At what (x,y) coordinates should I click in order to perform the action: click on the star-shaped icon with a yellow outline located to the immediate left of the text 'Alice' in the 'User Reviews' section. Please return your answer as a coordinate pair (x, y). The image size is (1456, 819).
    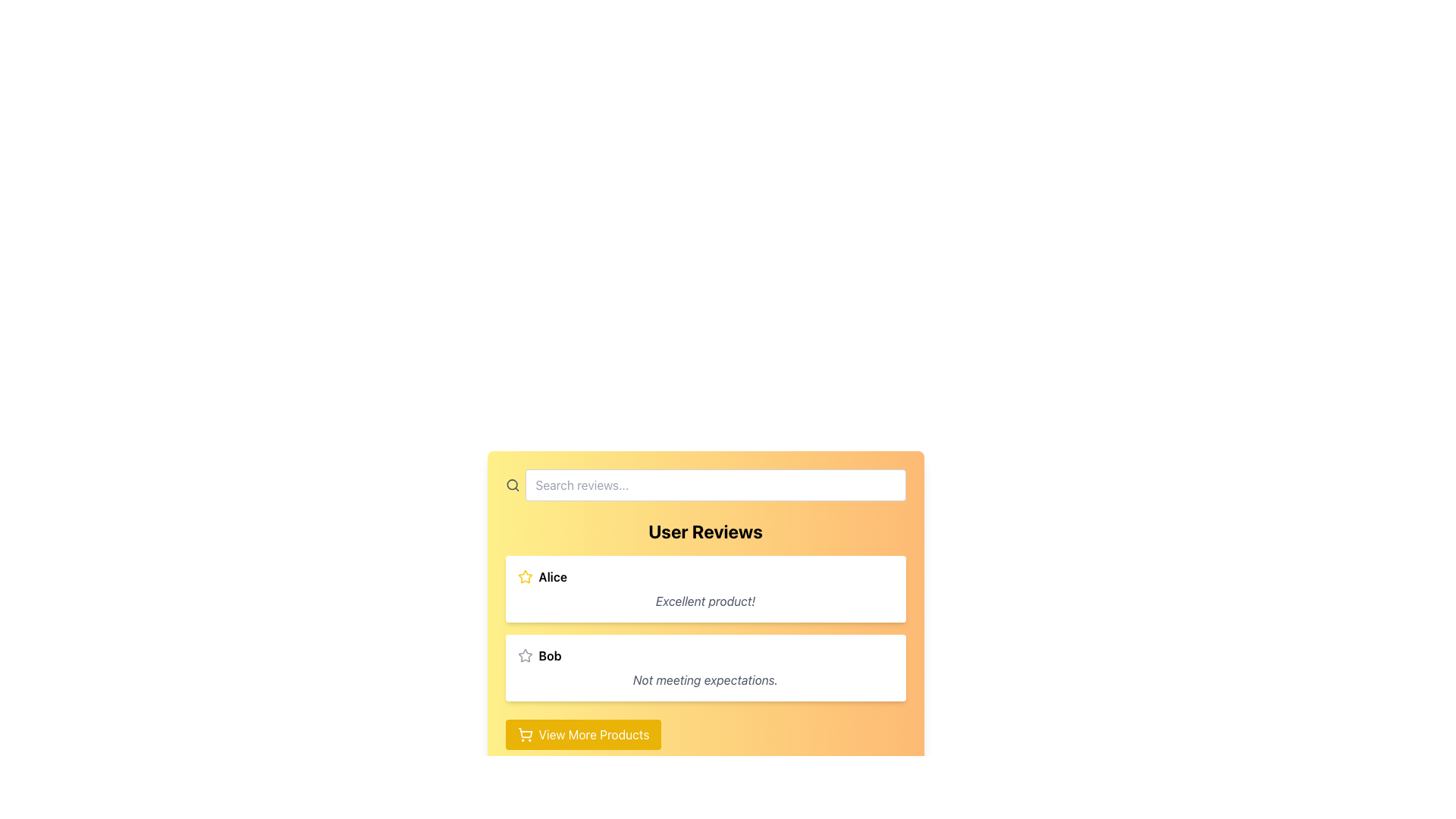
    Looking at the image, I should click on (525, 576).